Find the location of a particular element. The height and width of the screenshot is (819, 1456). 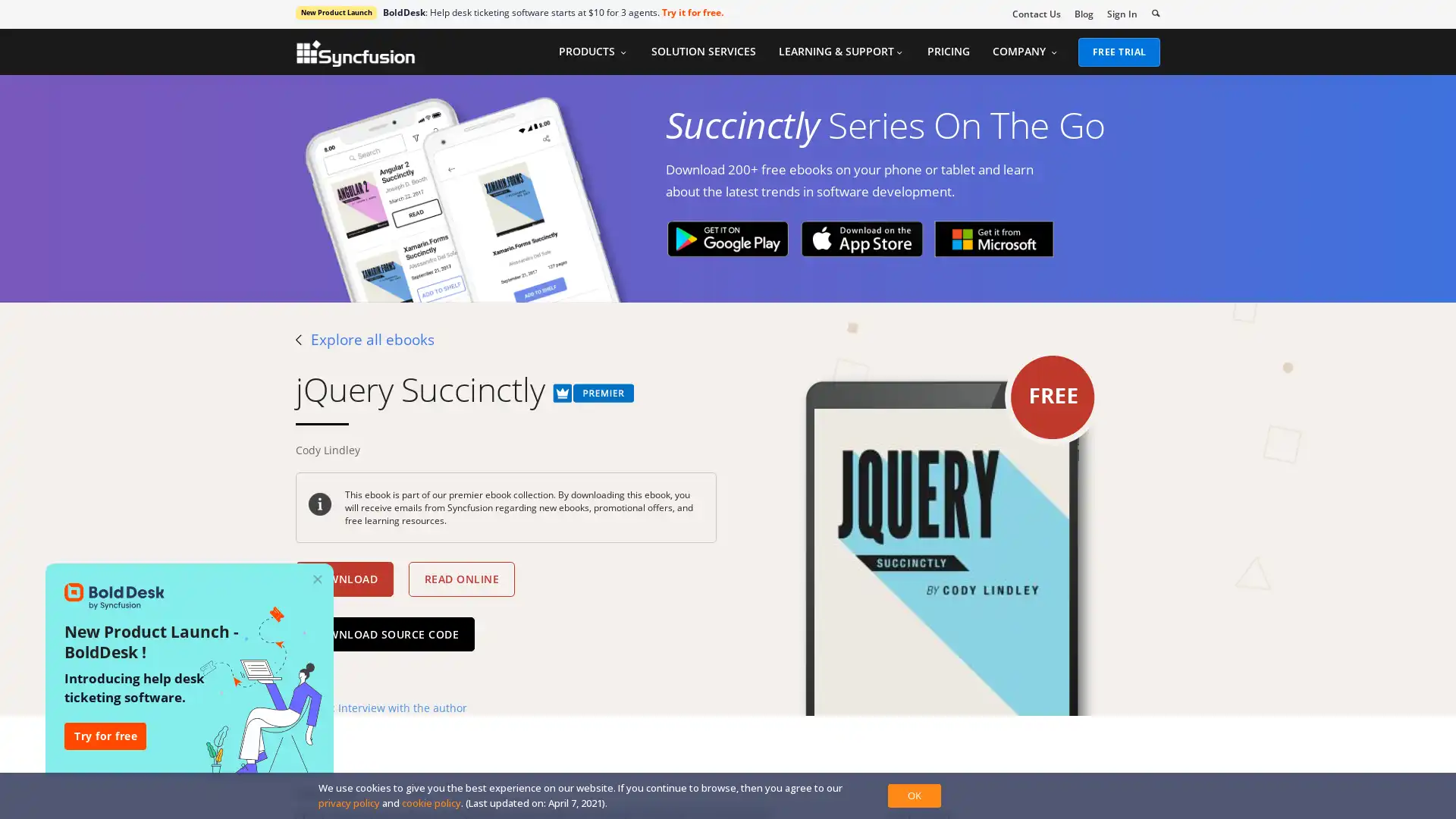

OK is located at coordinates (913, 795).